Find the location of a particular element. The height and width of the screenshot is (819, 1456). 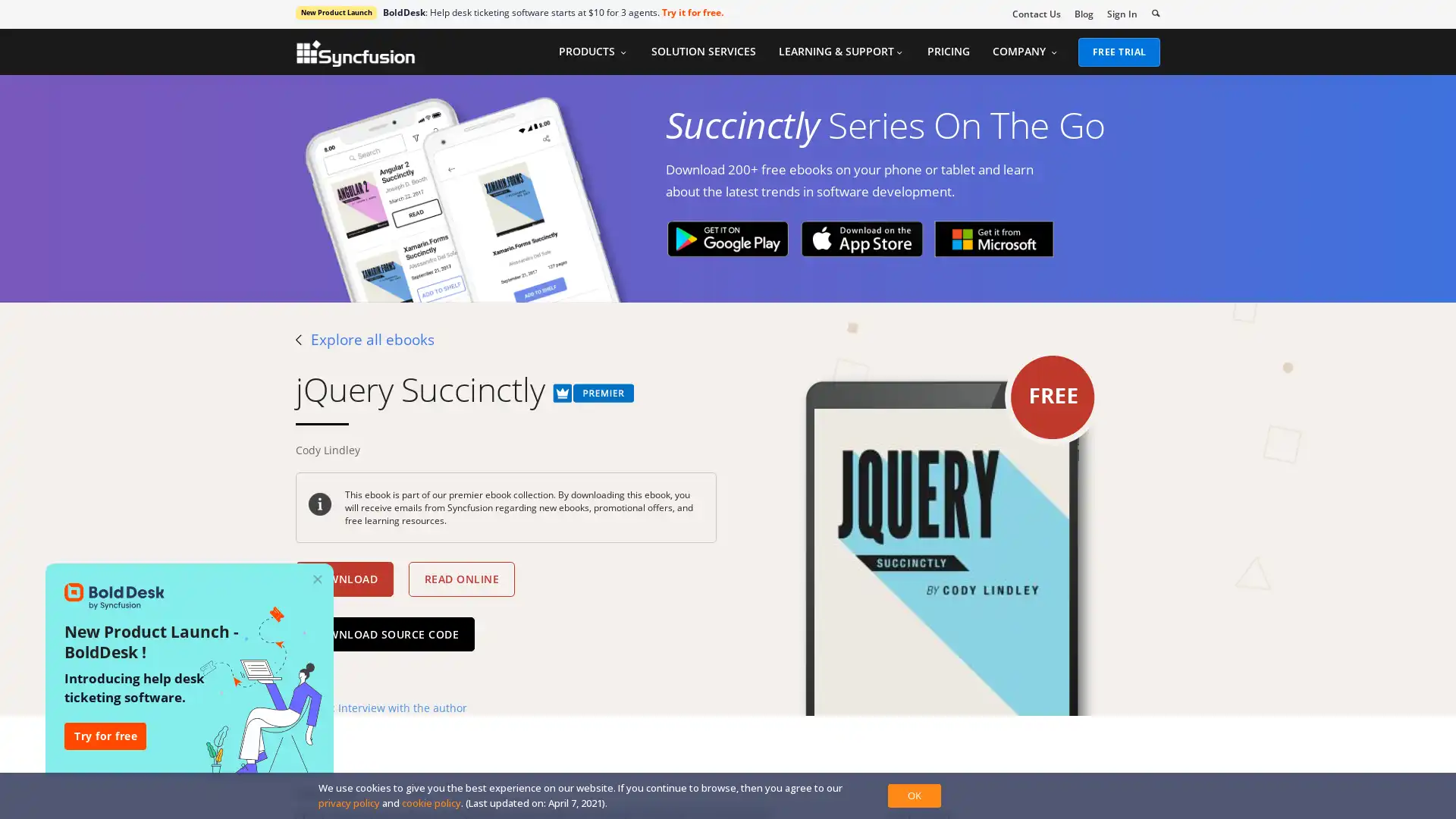

OK is located at coordinates (913, 795).